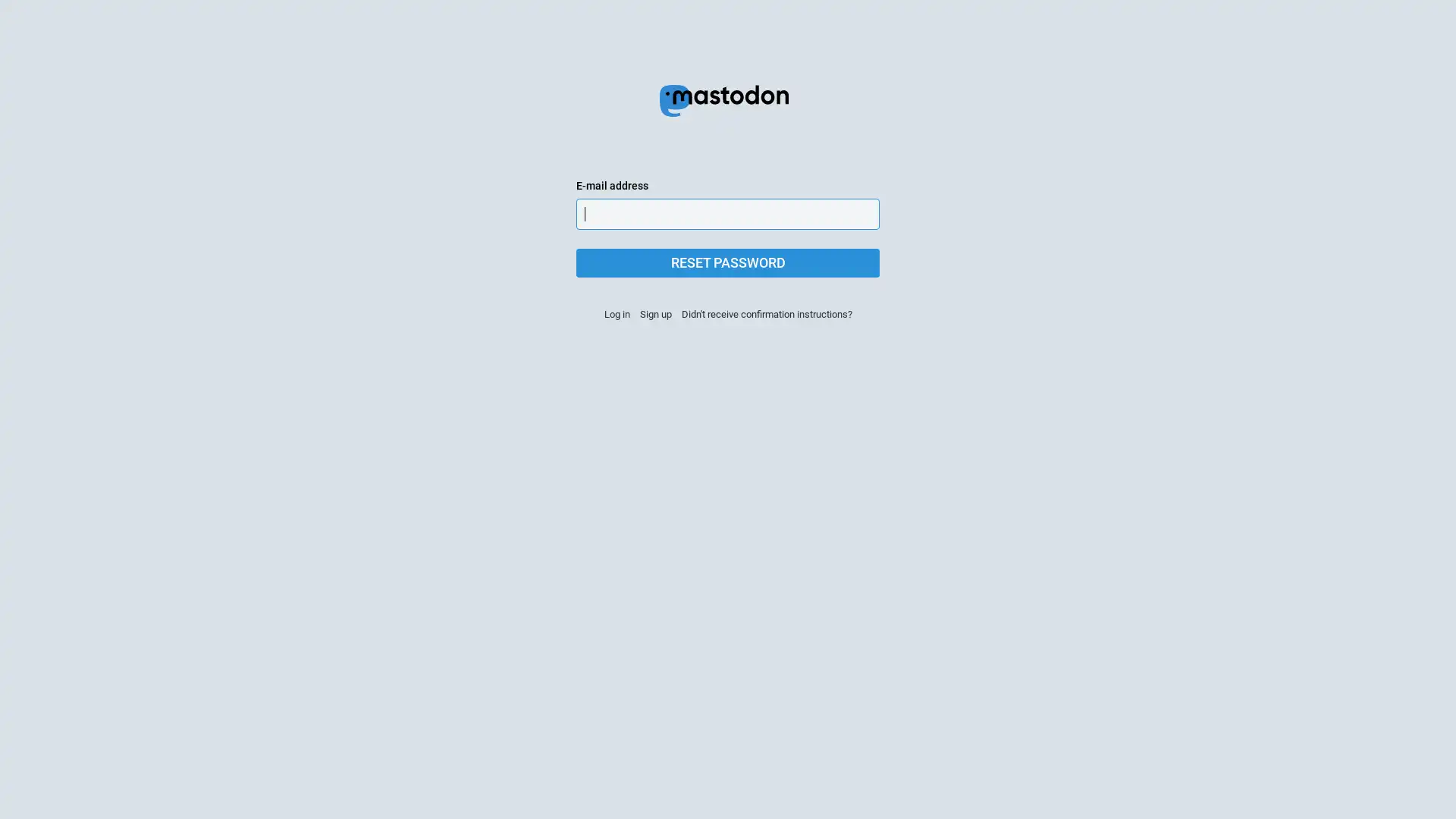  Describe the element at coordinates (728, 262) in the screenshot. I see `RESET PASSWORD` at that location.